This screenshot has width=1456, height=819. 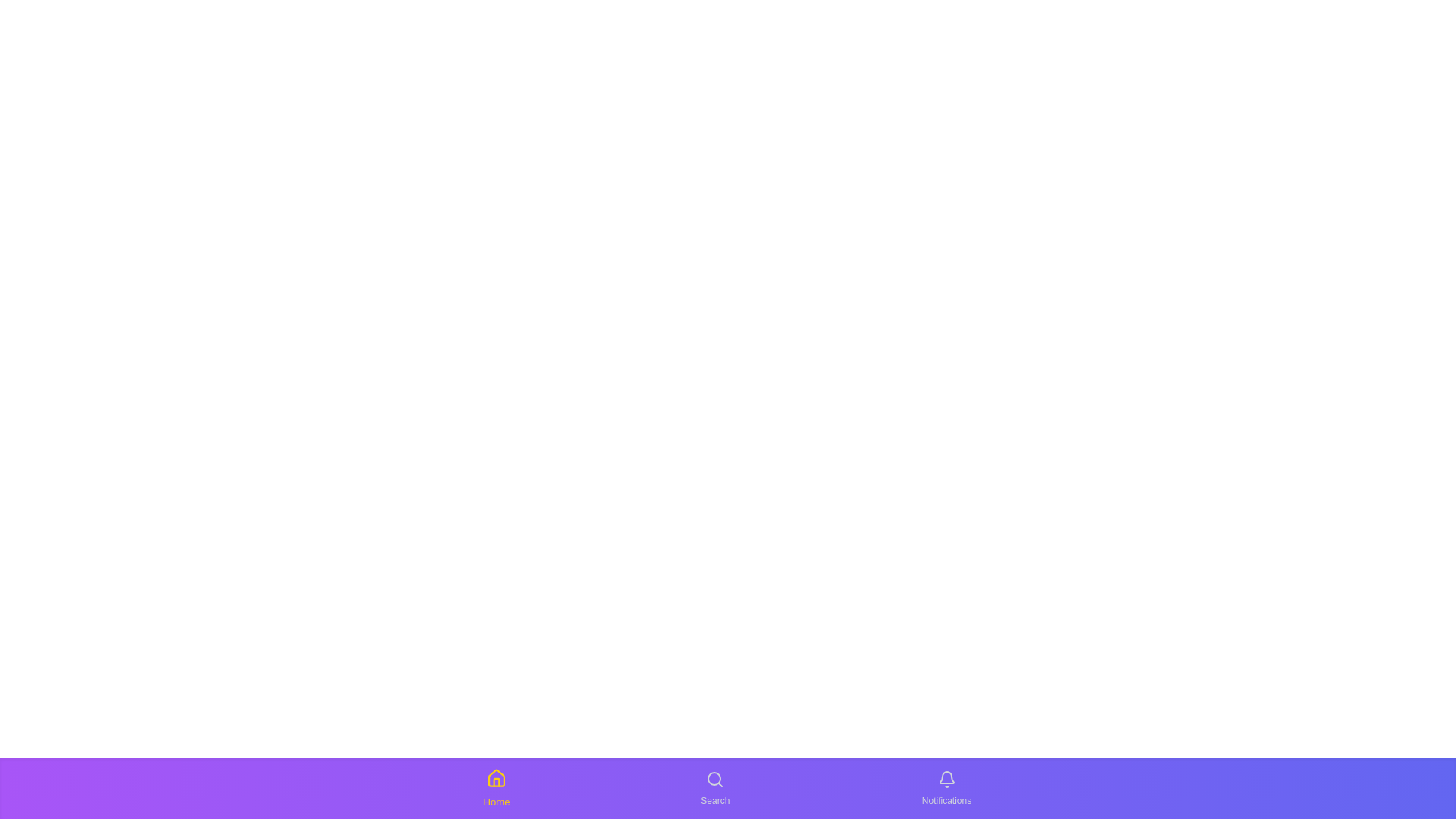 What do you see at coordinates (496, 788) in the screenshot?
I see `the Home icon` at bounding box center [496, 788].